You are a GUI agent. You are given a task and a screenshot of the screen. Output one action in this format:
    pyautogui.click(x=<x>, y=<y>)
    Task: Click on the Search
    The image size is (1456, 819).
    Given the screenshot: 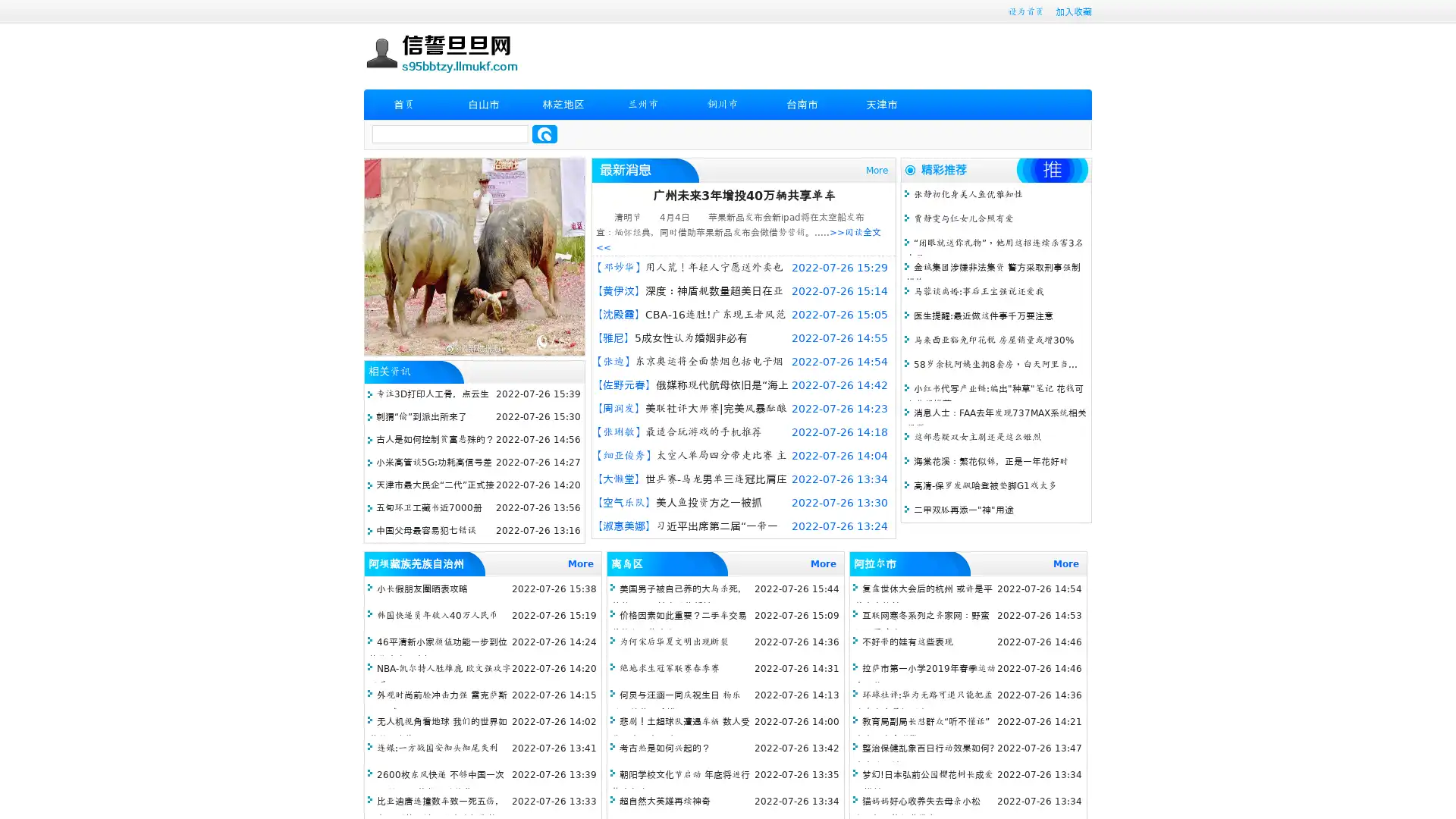 What is the action you would take?
    pyautogui.click(x=544, y=133)
    